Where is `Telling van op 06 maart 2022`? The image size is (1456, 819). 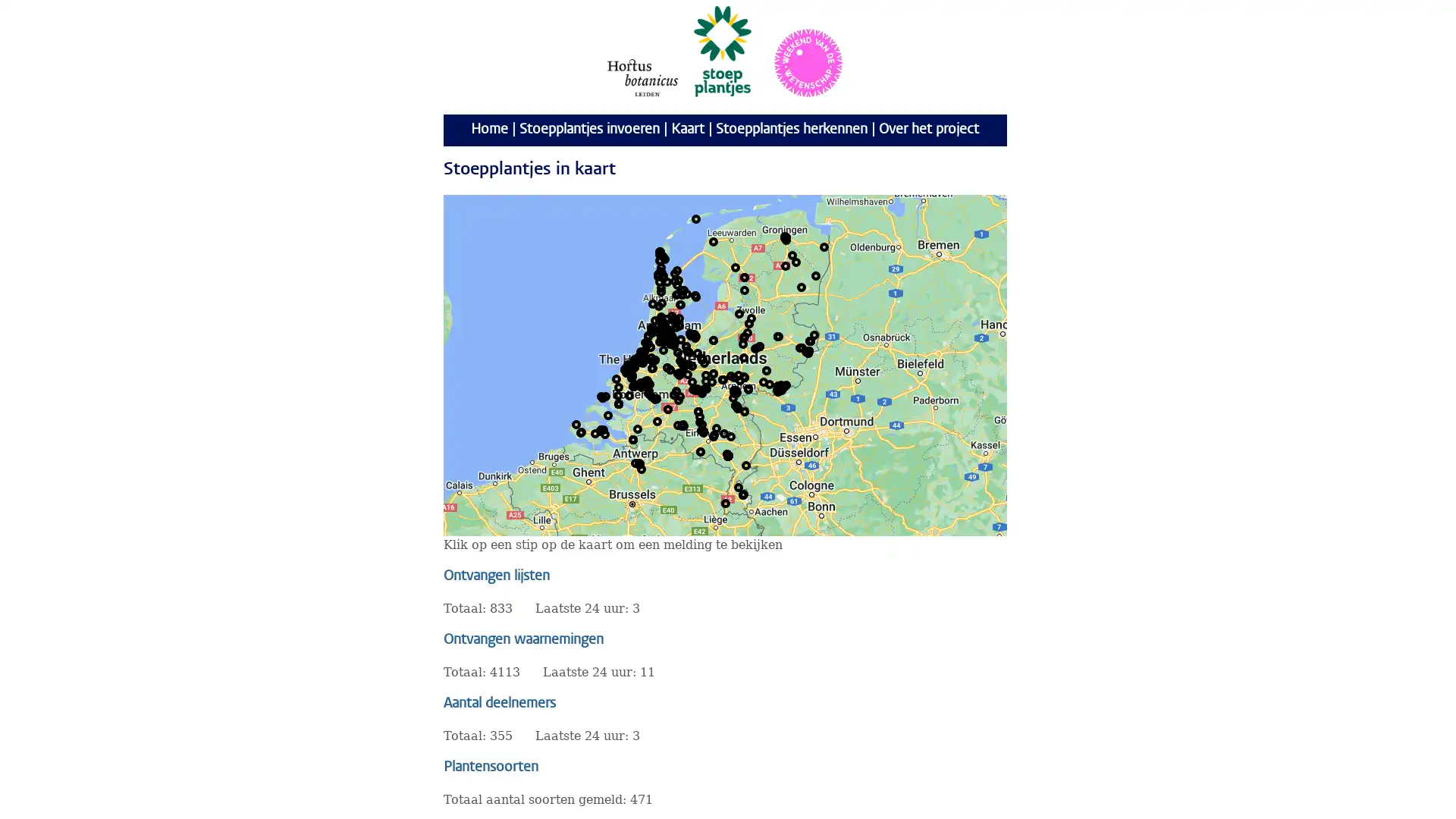 Telling van op 06 maart 2022 is located at coordinates (676, 326).